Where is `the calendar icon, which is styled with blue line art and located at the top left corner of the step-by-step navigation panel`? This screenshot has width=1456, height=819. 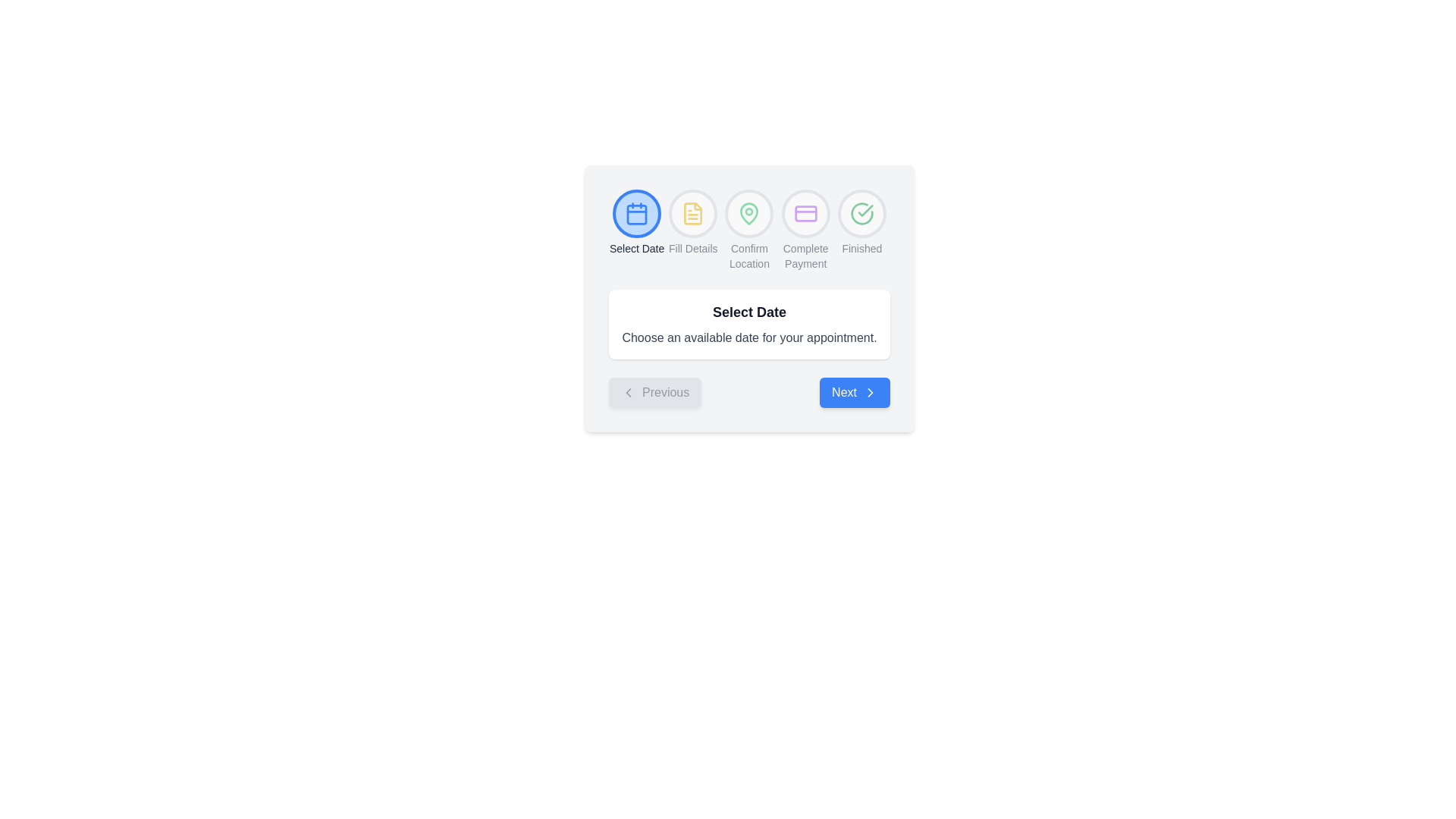 the calendar icon, which is styled with blue line art and located at the top left corner of the step-by-step navigation panel is located at coordinates (637, 213).